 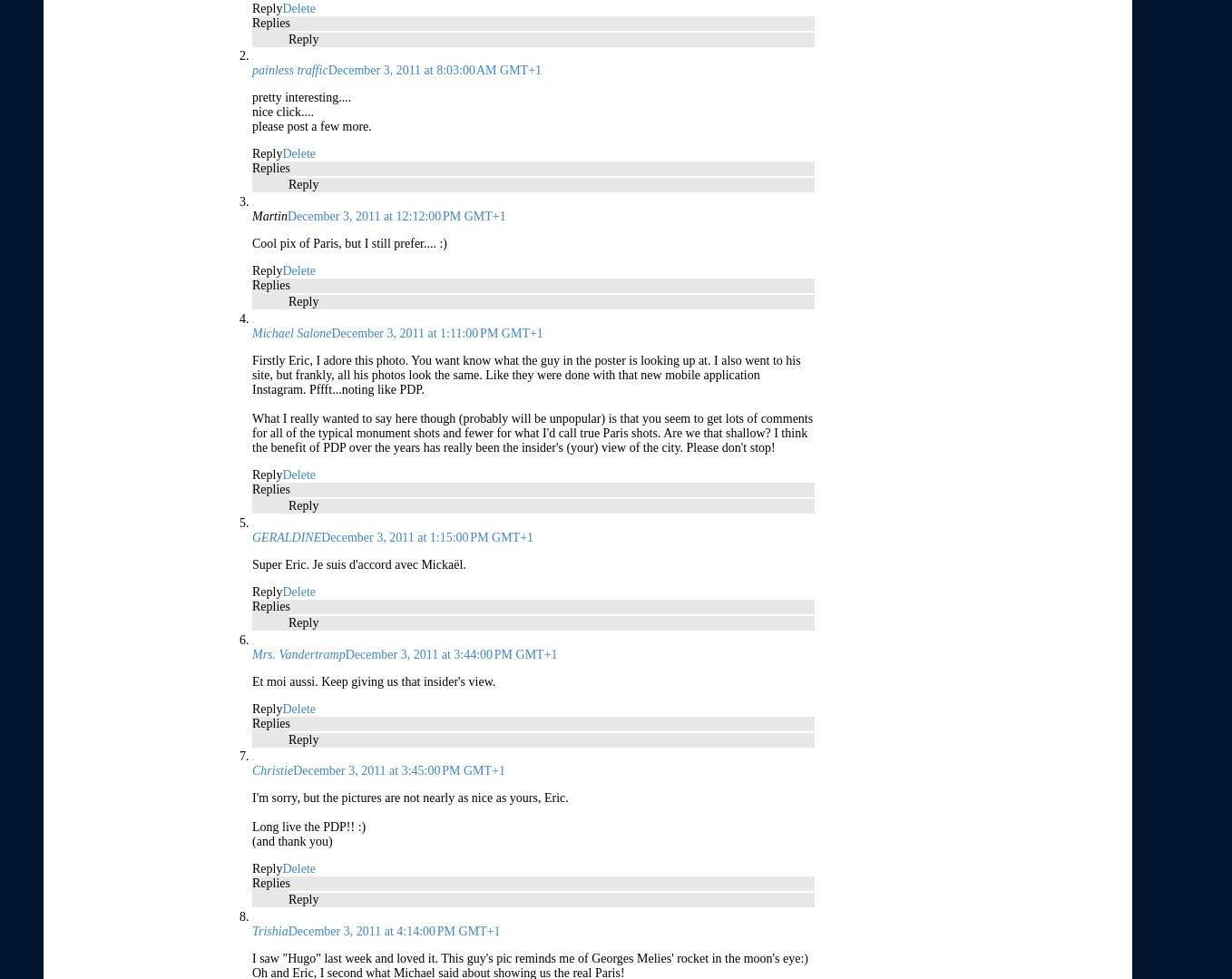 I want to click on 'Christie', so click(x=271, y=770).